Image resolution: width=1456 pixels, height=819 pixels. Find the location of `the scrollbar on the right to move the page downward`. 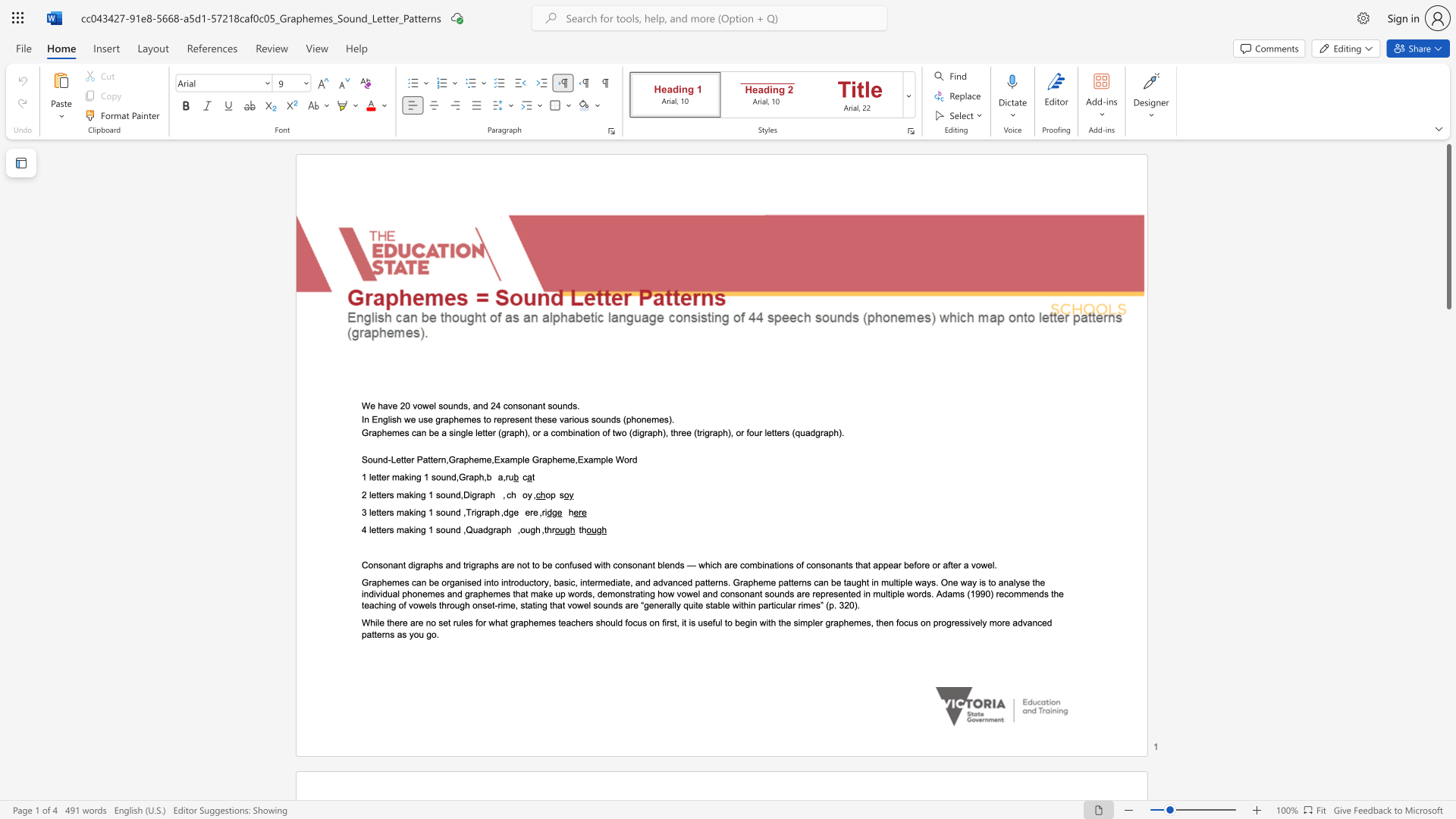

the scrollbar on the right to move the page downward is located at coordinates (1448, 409).